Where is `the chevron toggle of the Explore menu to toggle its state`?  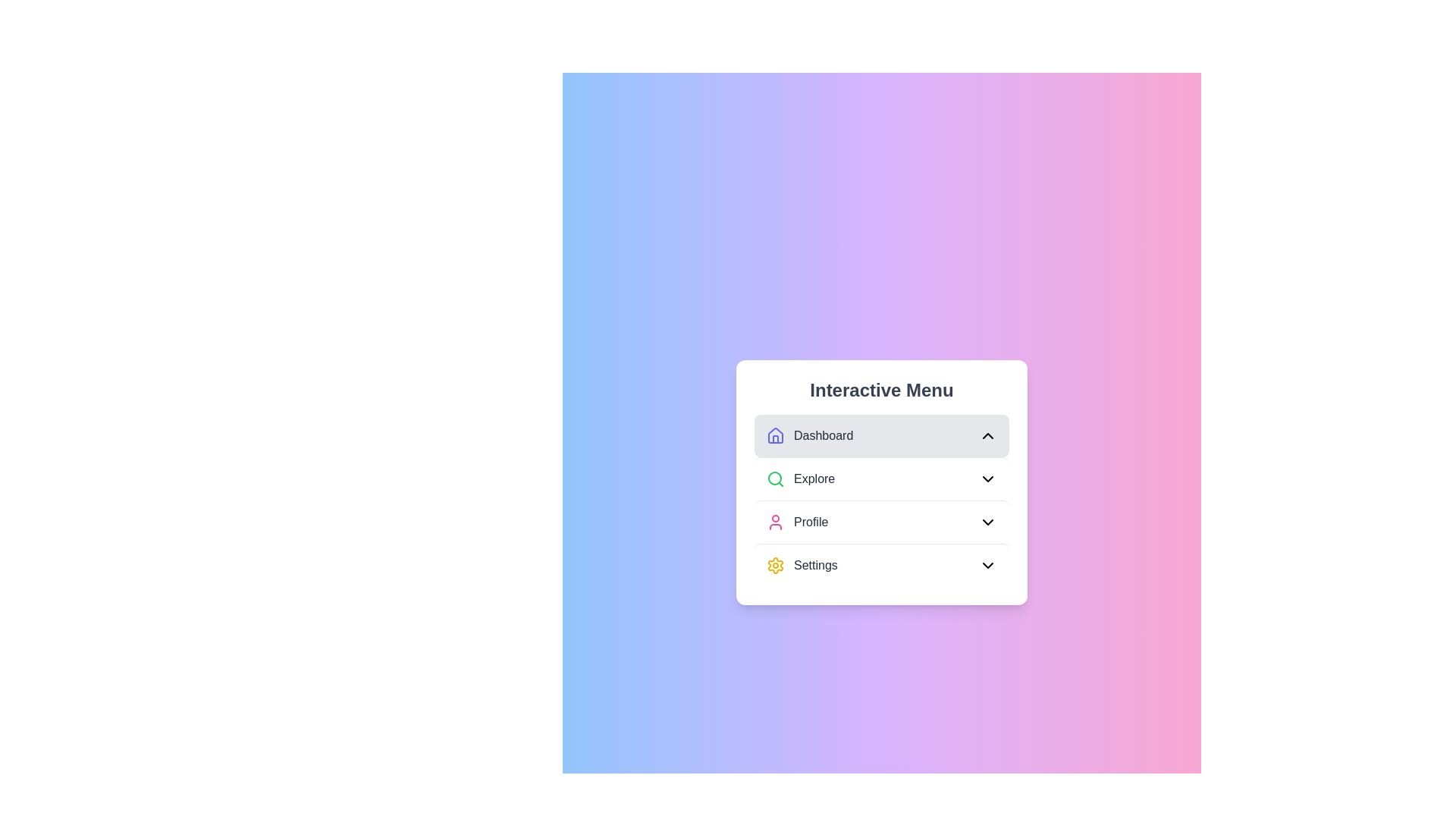 the chevron toggle of the Explore menu to toggle its state is located at coordinates (987, 479).